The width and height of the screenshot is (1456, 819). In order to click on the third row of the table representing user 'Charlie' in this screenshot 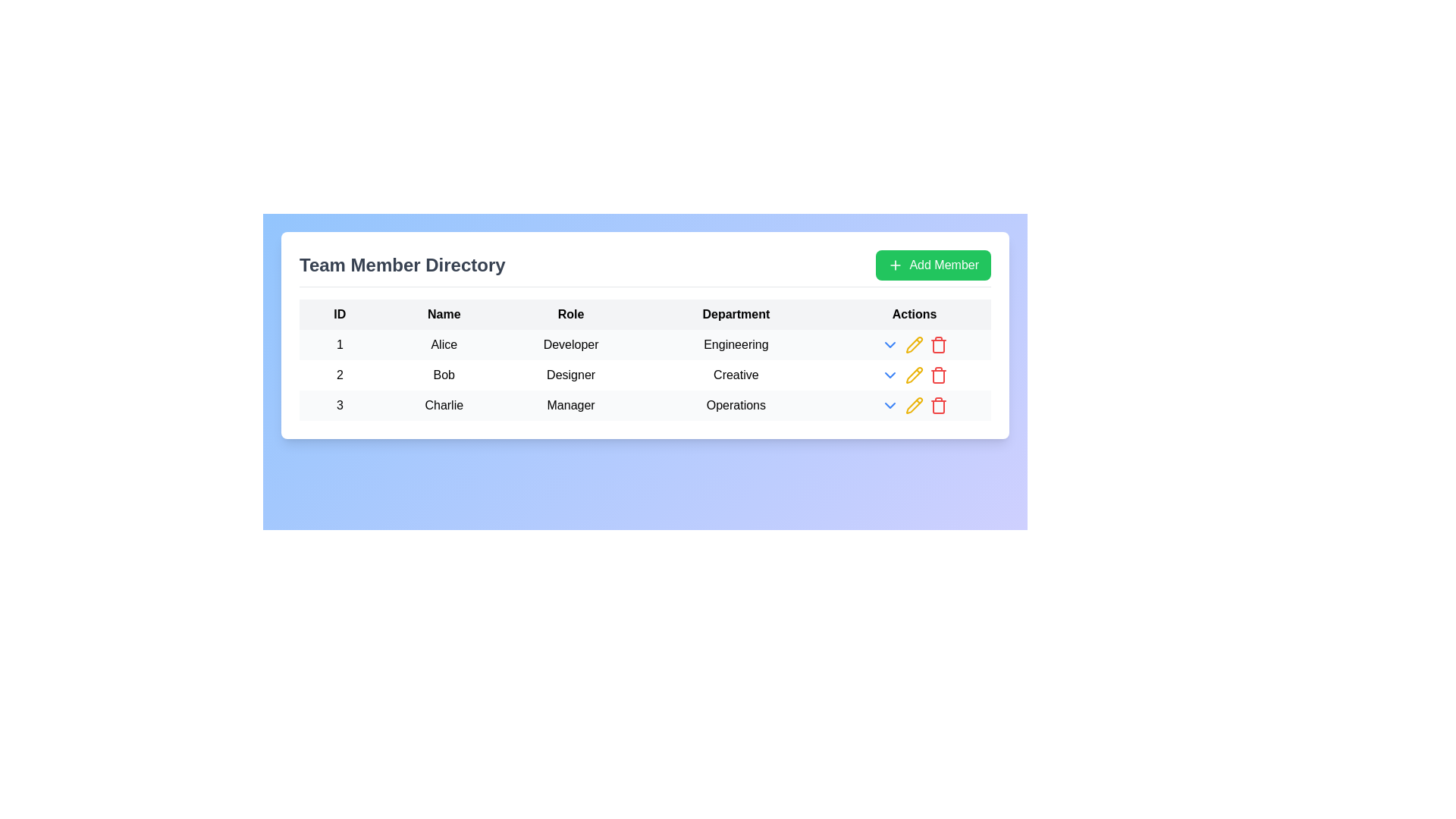, I will do `click(645, 405)`.